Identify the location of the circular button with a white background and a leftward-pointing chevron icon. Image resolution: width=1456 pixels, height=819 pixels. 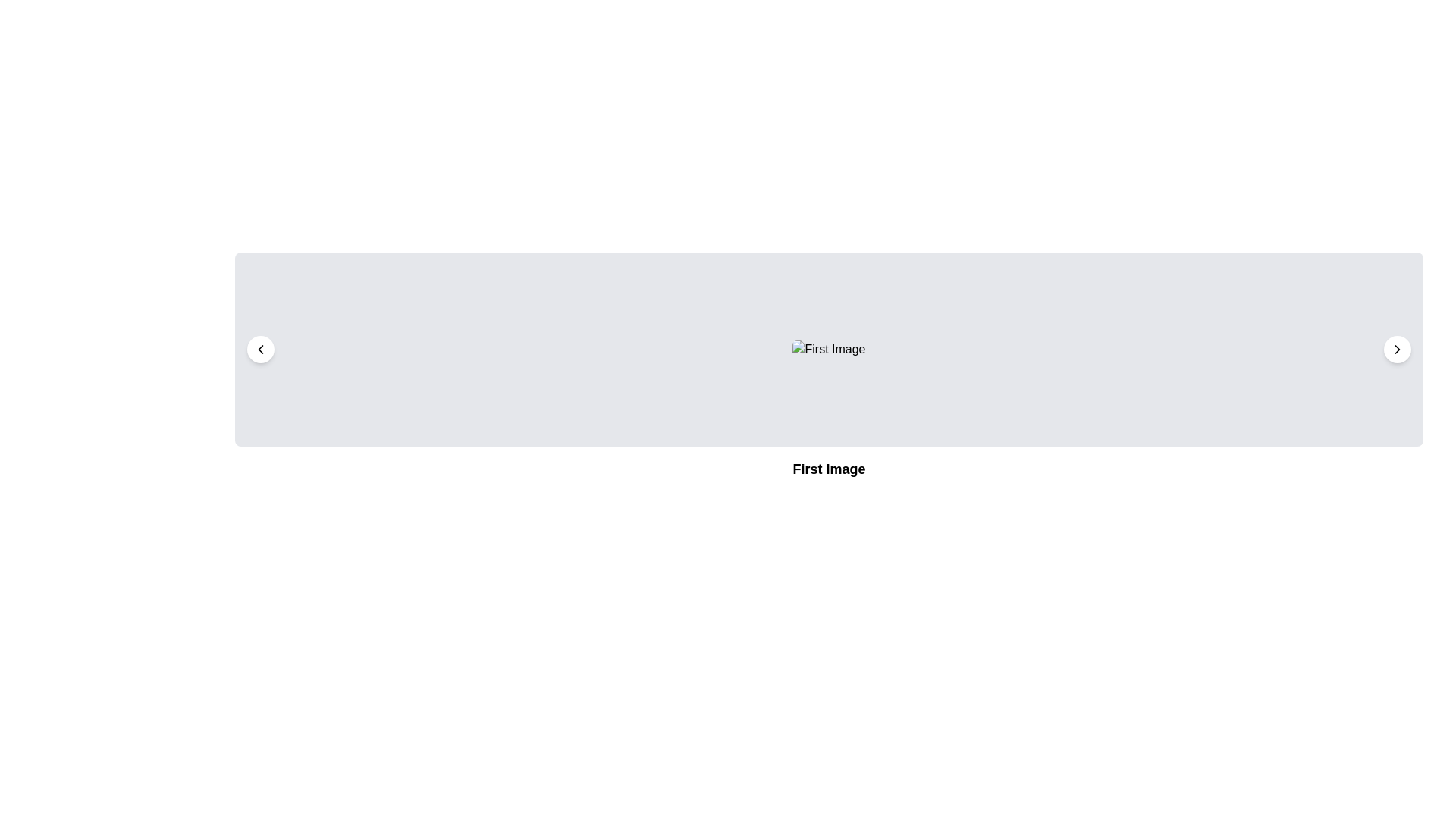
(261, 350).